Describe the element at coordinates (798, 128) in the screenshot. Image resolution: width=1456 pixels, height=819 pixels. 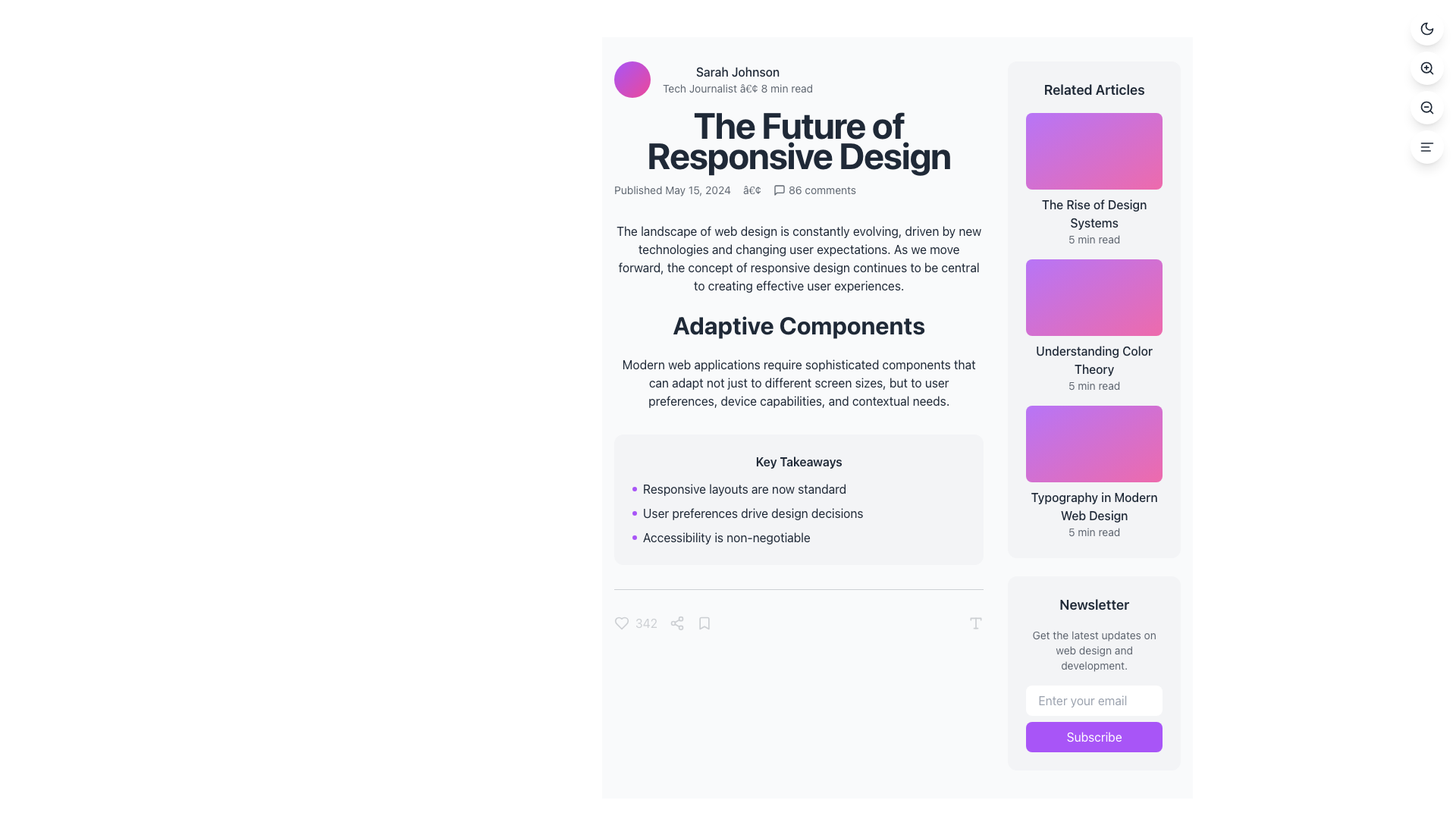
I see `displayed information from the Header section titled 'The Future of Responsive Design', which includes the title, author details, and publication date` at that location.